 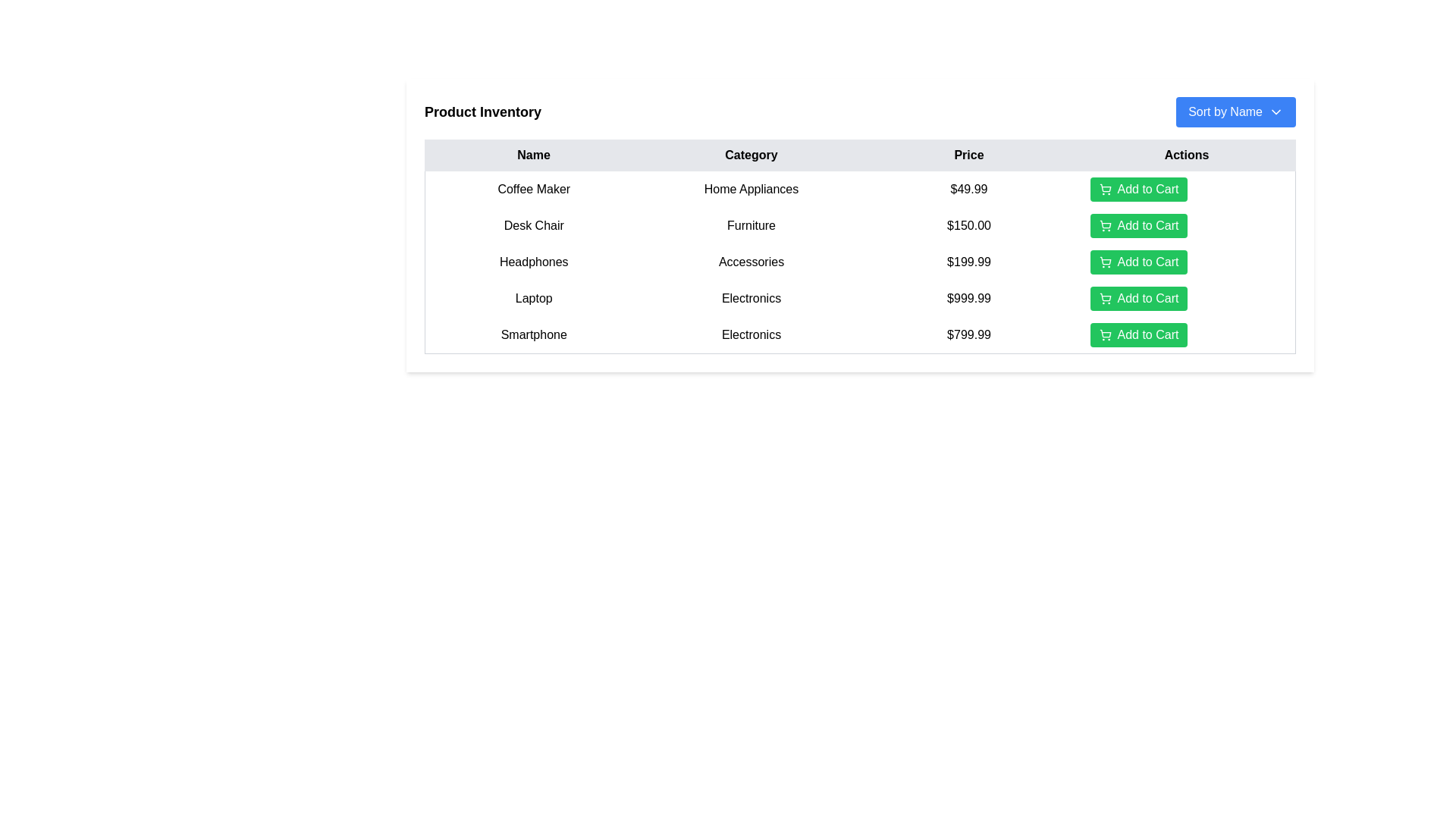 What do you see at coordinates (1105, 334) in the screenshot?
I see `the shopping cart icon located inside the 'Add to Cart' button for the 'Smartphone' item in the 'Actions' column of the table` at bounding box center [1105, 334].